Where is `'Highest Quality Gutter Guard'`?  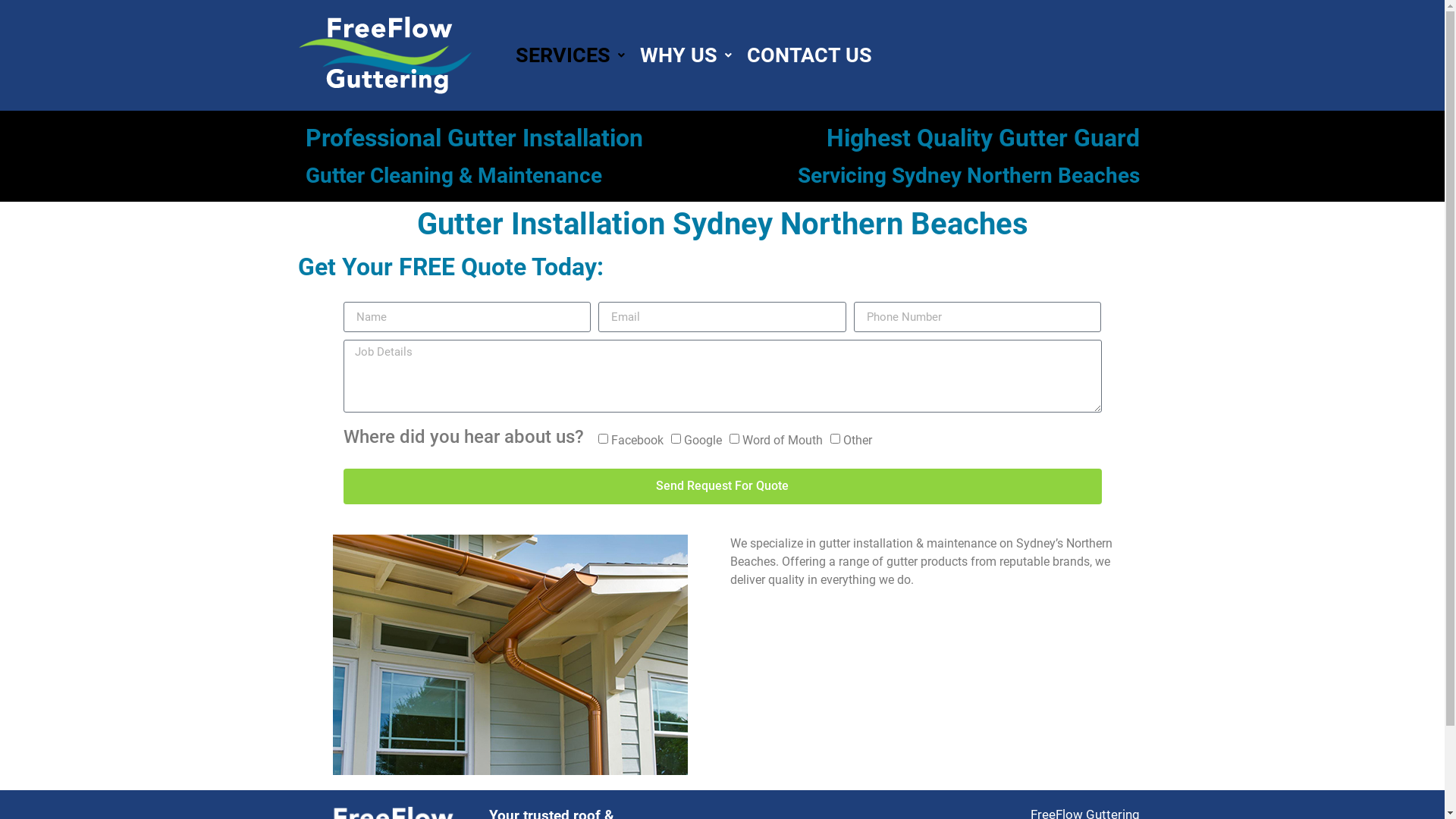 'Highest Quality Gutter Guard' is located at coordinates (983, 137).